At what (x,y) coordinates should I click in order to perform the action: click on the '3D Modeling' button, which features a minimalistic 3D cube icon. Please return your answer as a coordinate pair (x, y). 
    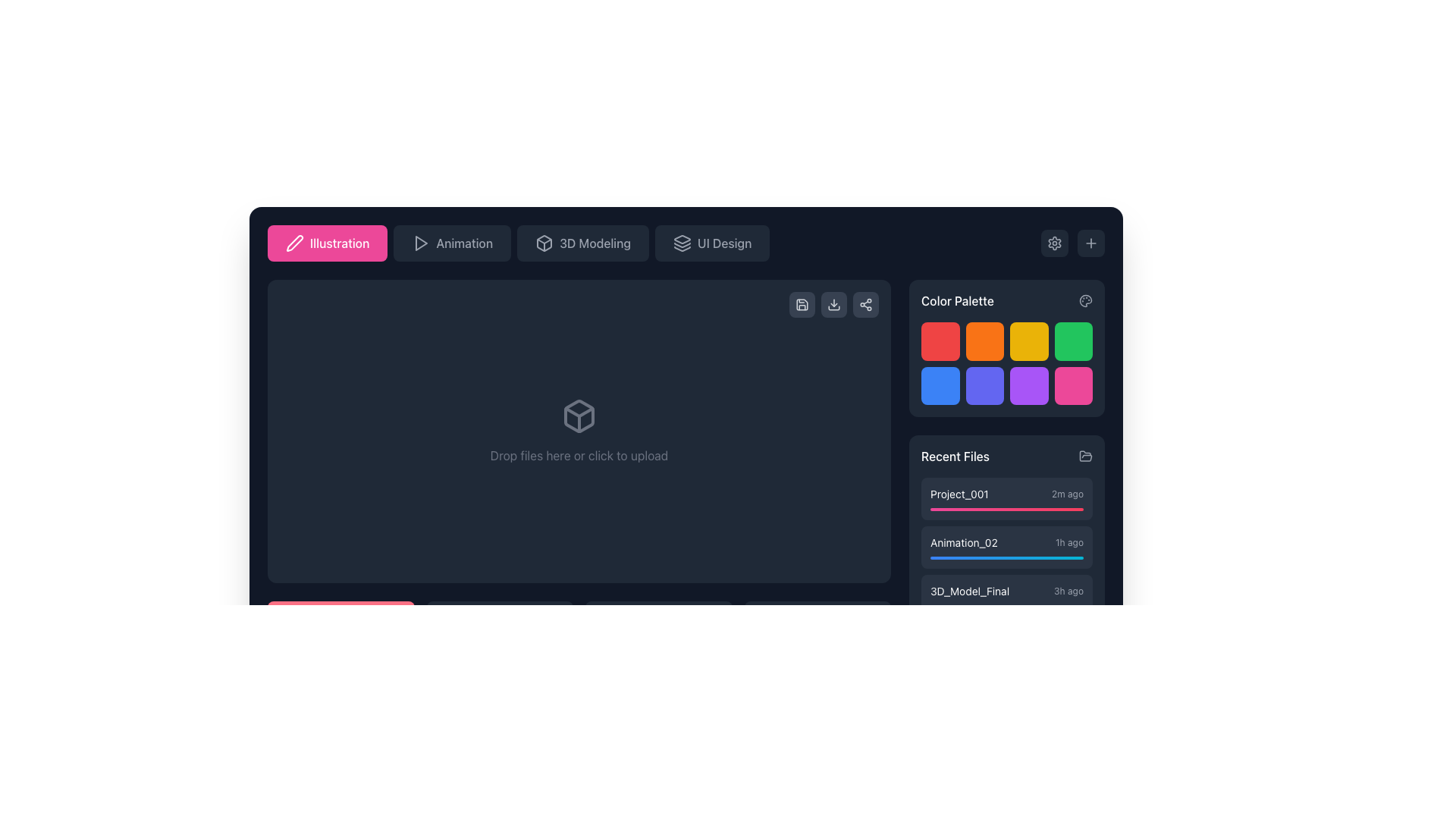
    Looking at the image, I should click on (544, 242).